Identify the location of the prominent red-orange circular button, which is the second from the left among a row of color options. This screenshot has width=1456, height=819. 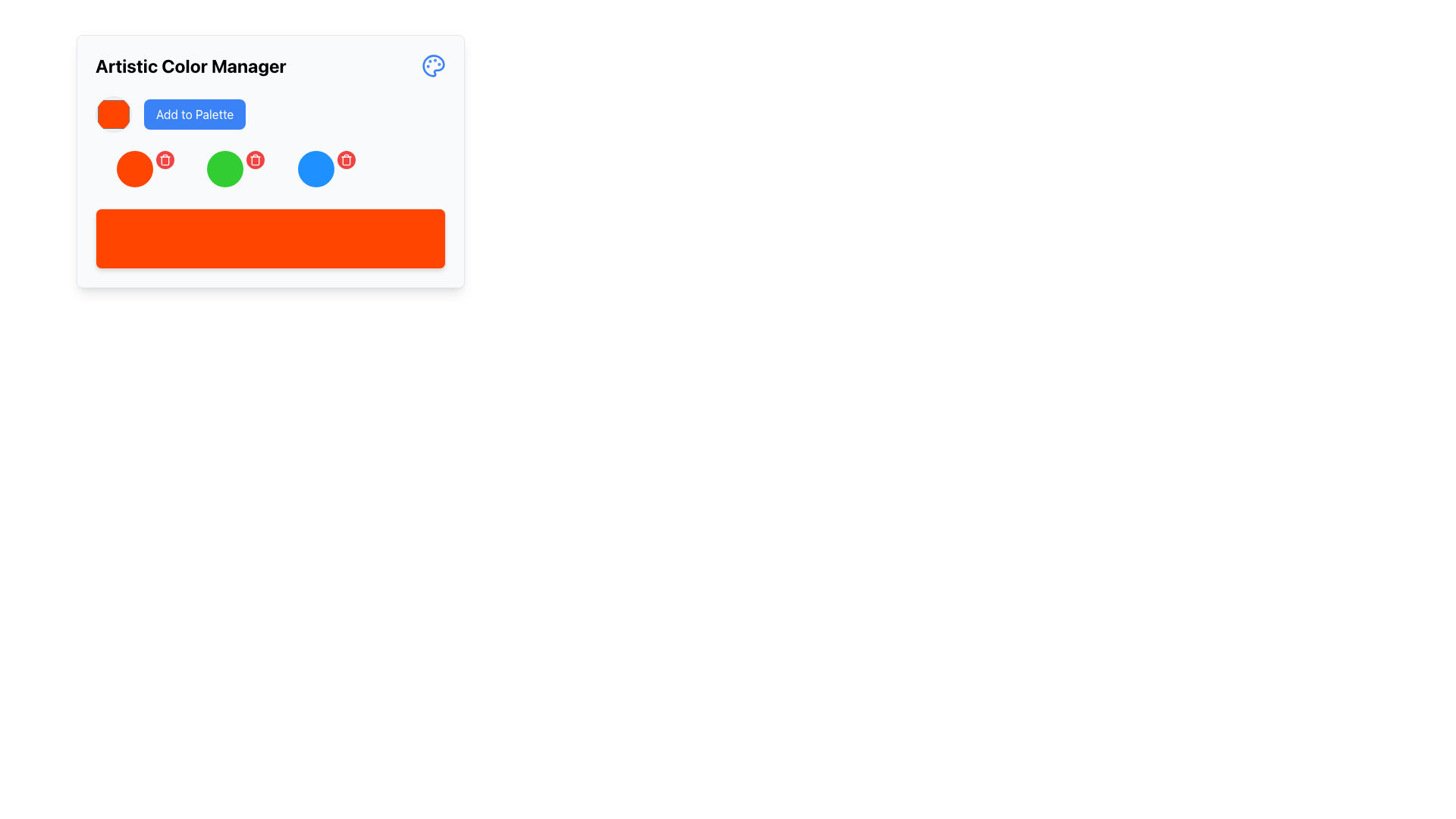
(134, 169).